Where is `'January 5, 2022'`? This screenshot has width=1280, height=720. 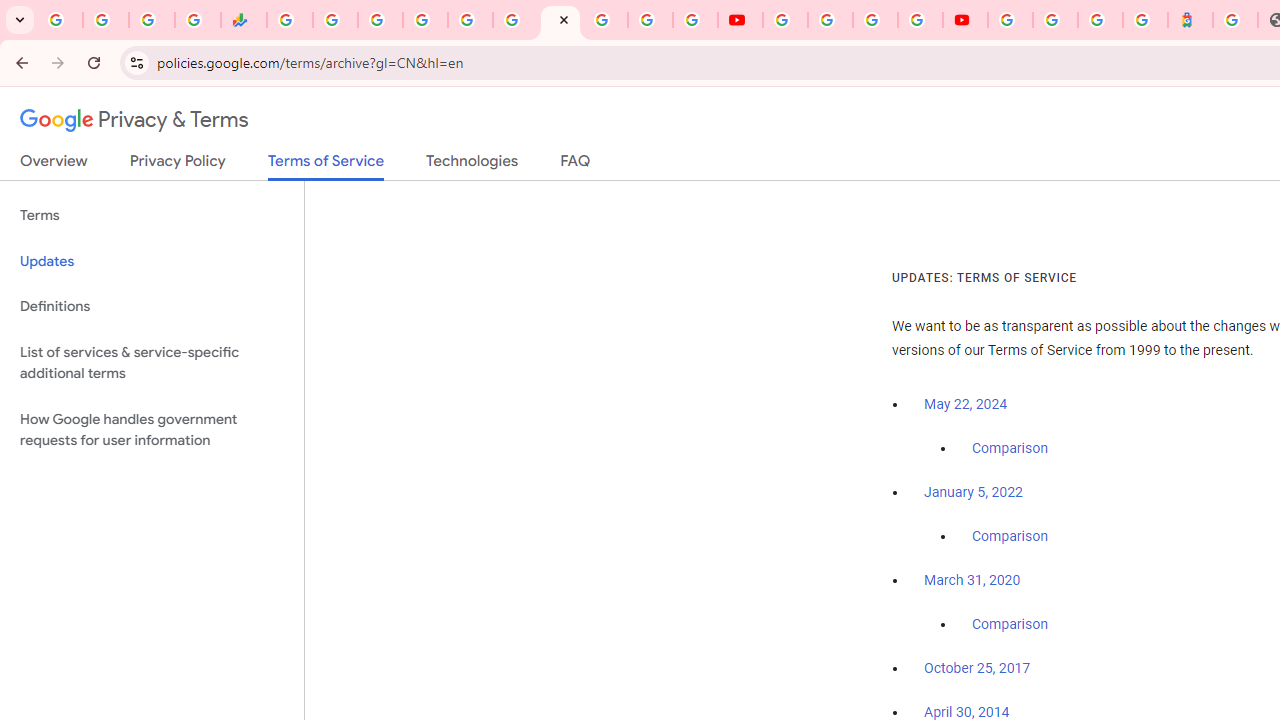 'January 5, 2022' is located at coordinates (973, 492).